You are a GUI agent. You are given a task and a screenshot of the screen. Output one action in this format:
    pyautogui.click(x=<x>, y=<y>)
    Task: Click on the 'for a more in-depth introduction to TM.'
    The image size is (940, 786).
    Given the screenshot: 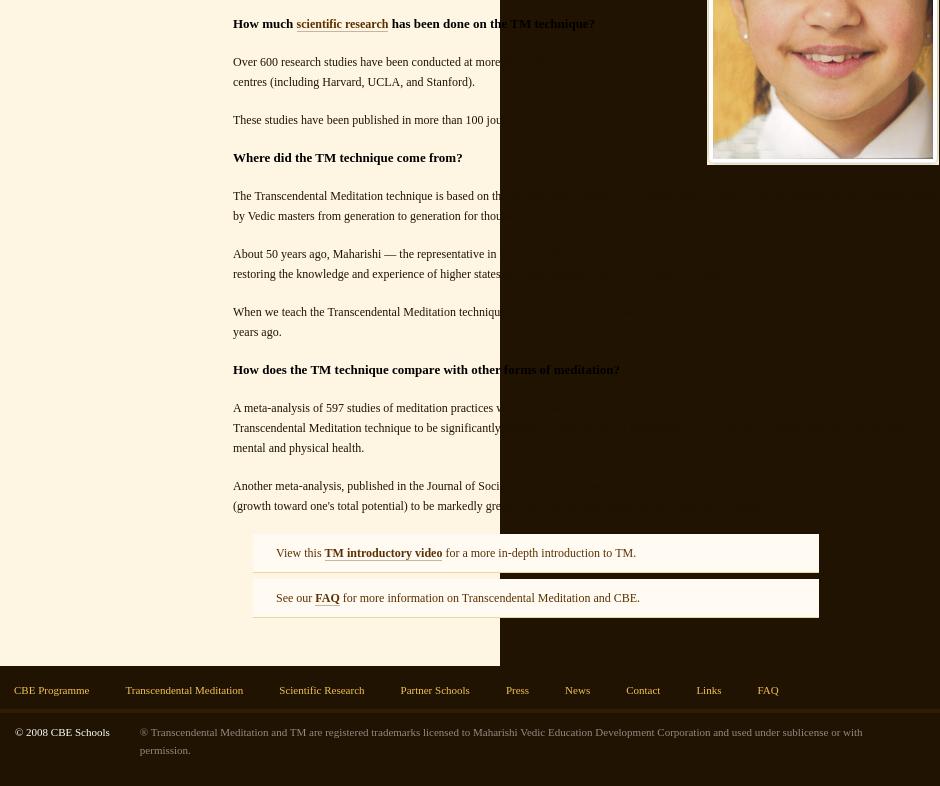 What is the action you would take?
    pyautogui.click(x=440, y=552)
    